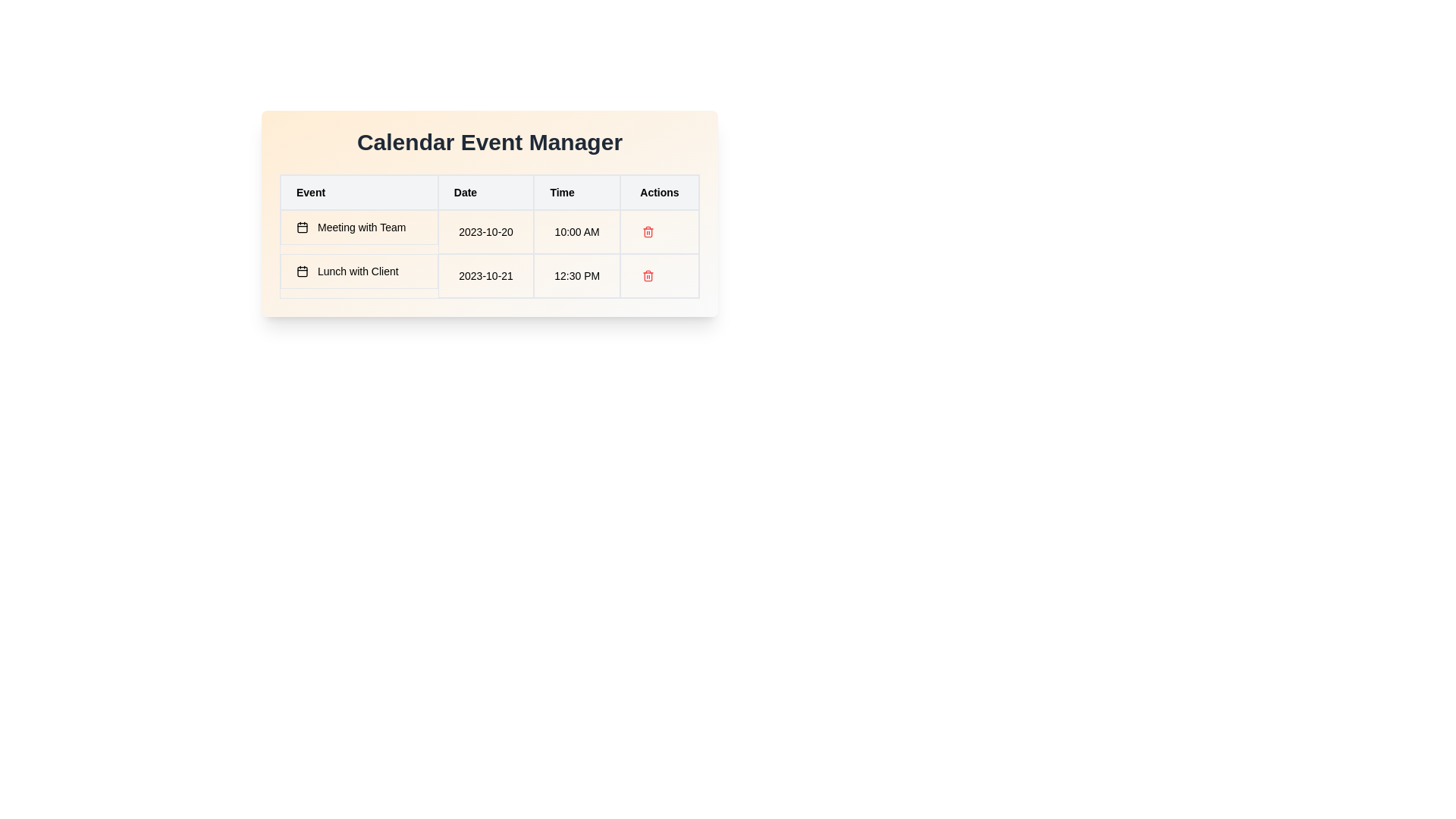 Image resolution: width=1456 pixels, height=819 pixels. I want to click on the table cell displaying '10:00 AM' in the 'Time' column of the first row, which is associated with the event 'Meeting with Team', so click(576, 231).